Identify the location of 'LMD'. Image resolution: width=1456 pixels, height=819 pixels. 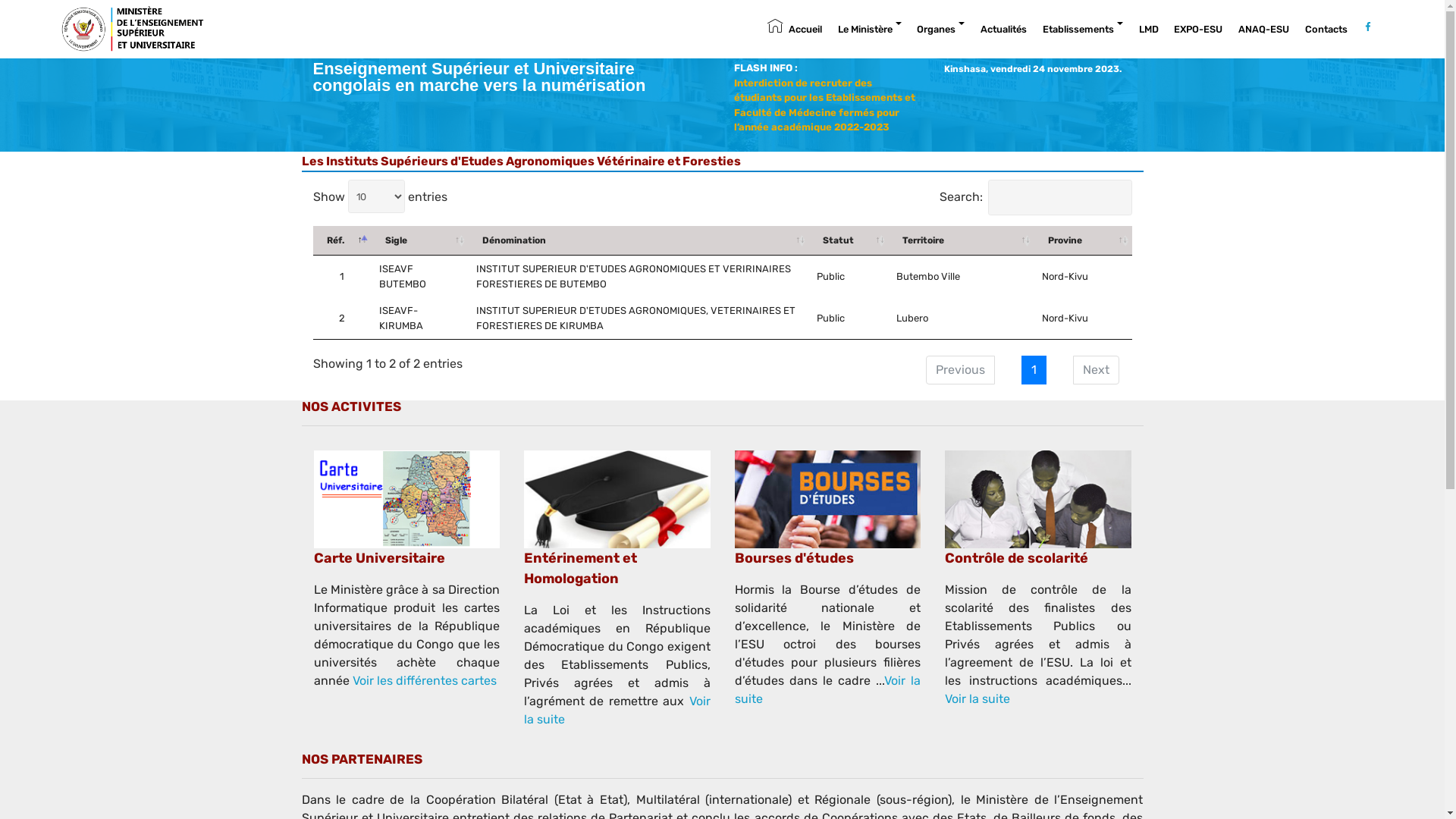
(1149, 29).